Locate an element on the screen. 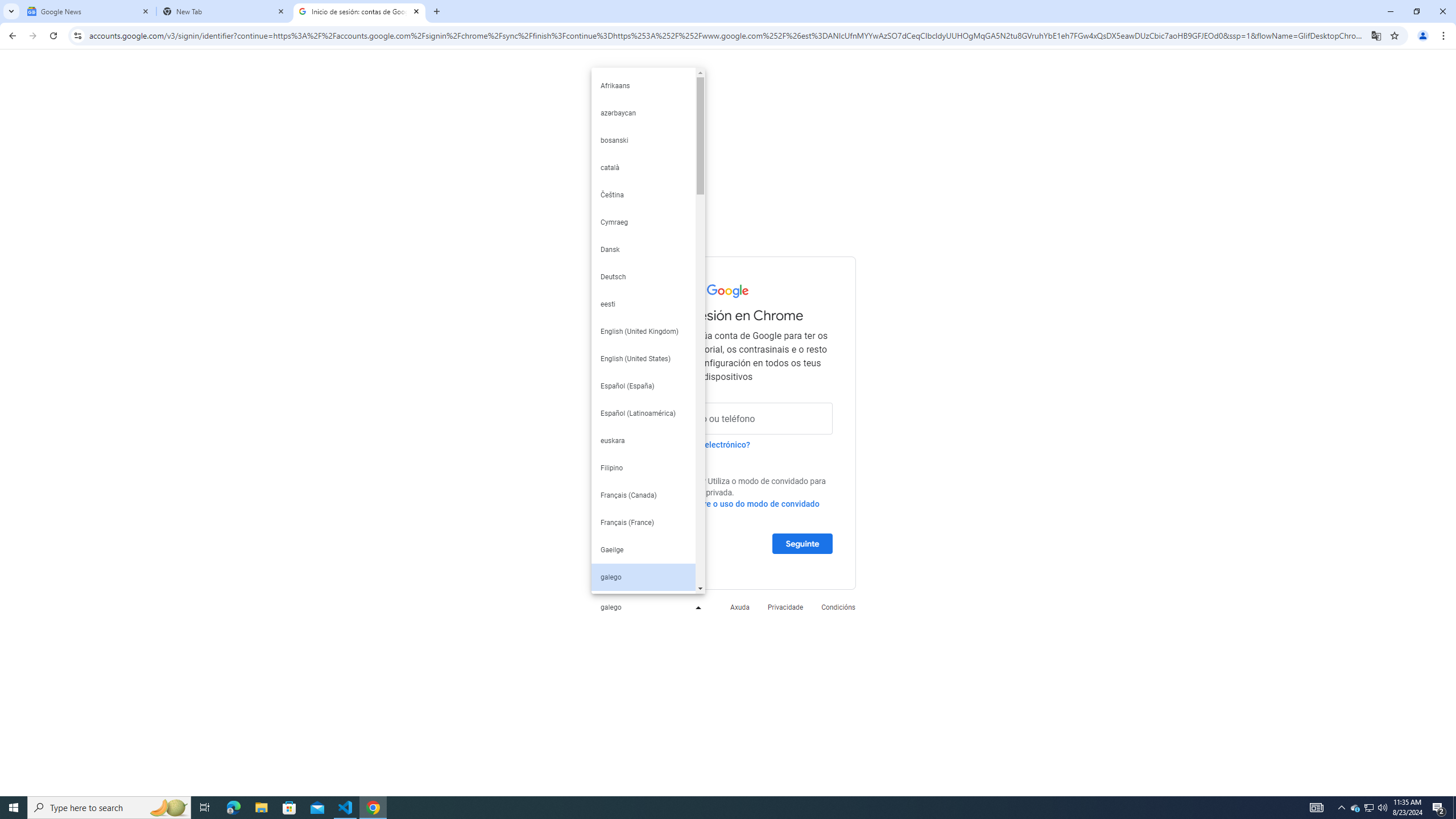 Image resolution: width=1456 pixels, height=819 pixels. 'View site information' is located at coordinates (77, 35).